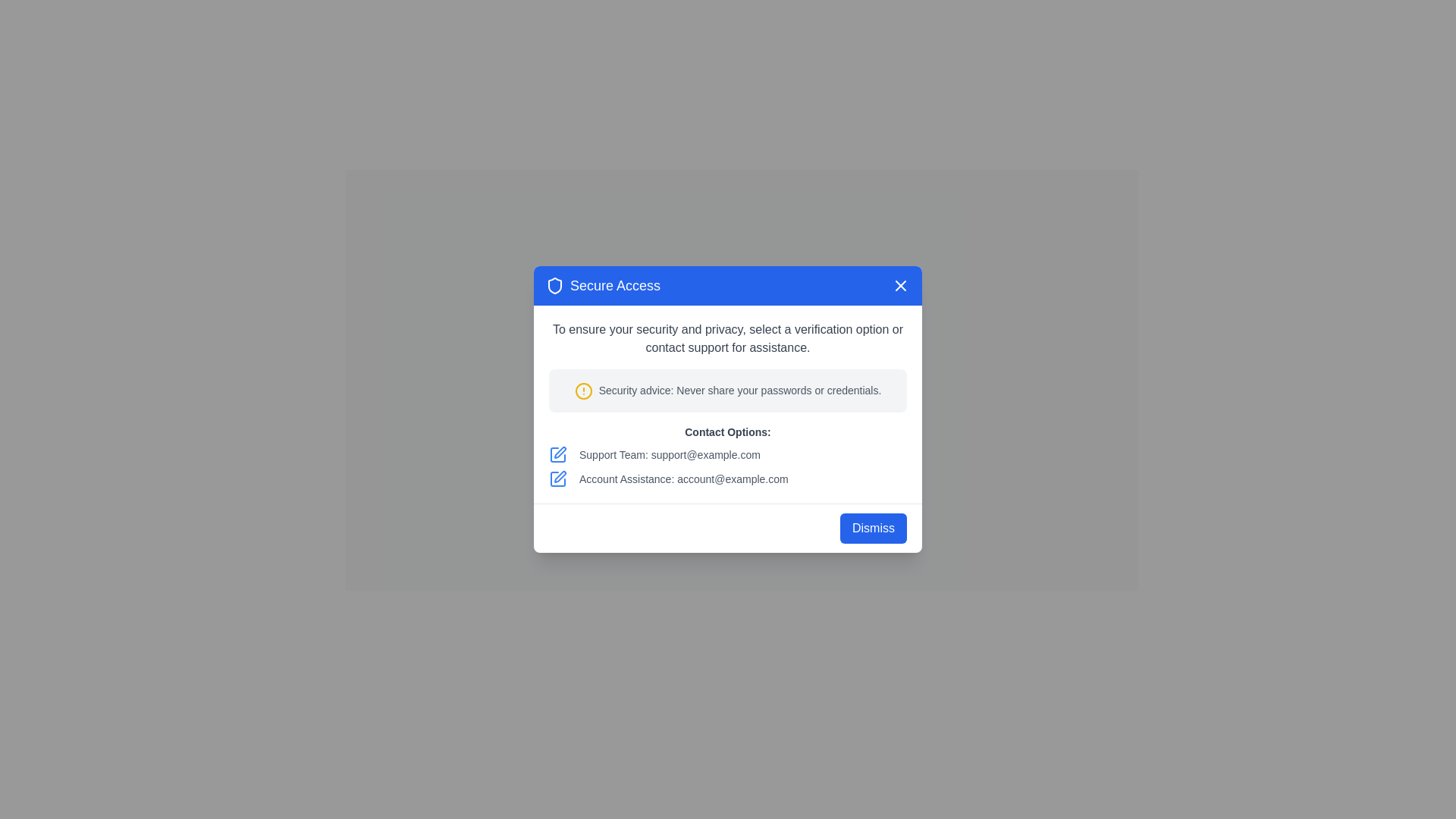 The width and height of the screenshot is (1456, 819). I want to click on the close button represented as an 'X' shape in the top-right corner of the blue dialog box titled 'Secure Access', so click(901, 286).